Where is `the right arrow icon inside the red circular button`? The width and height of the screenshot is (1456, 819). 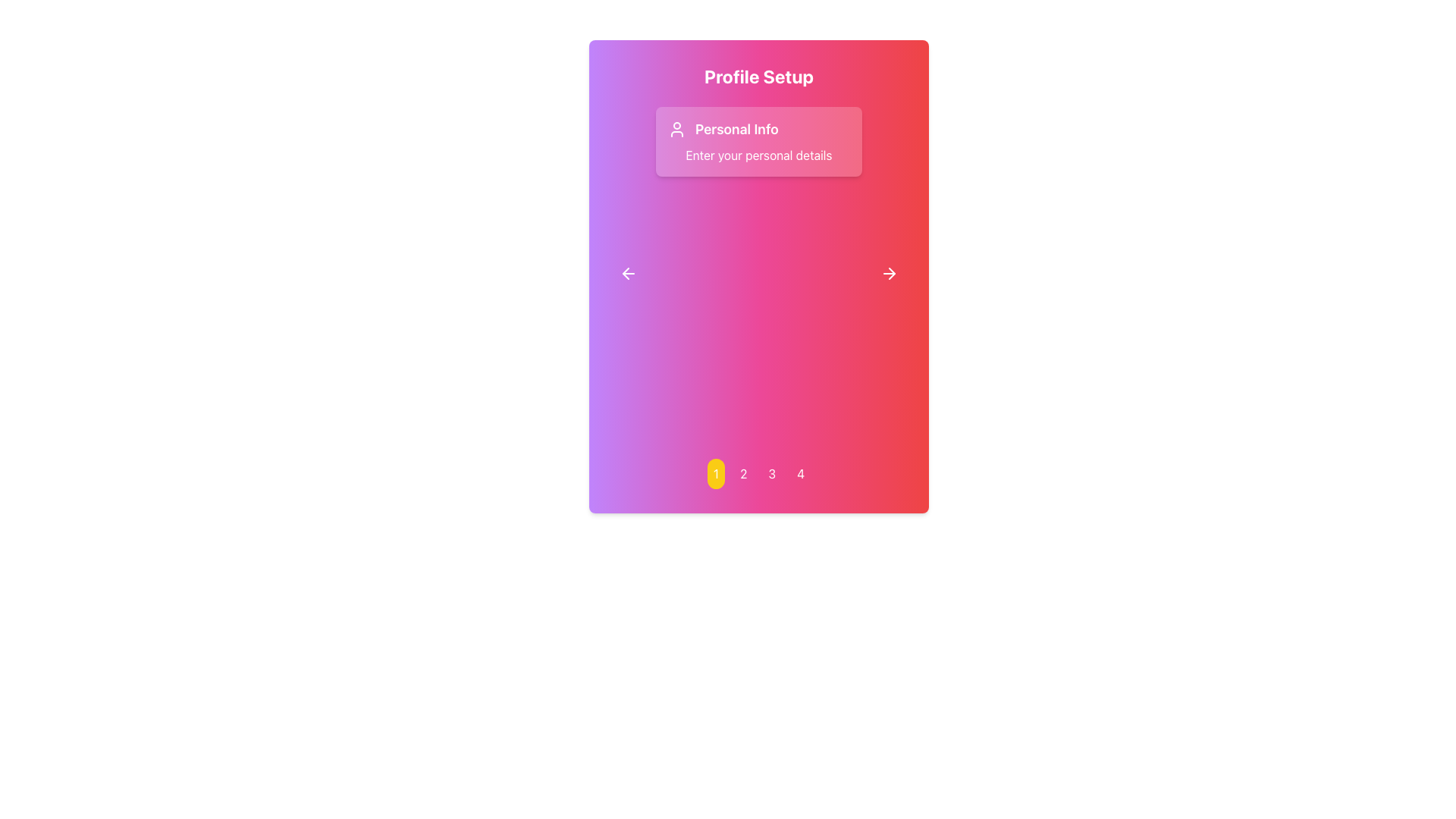 the right arrow icon inside the red circular button is located at coordinates (889, 274).